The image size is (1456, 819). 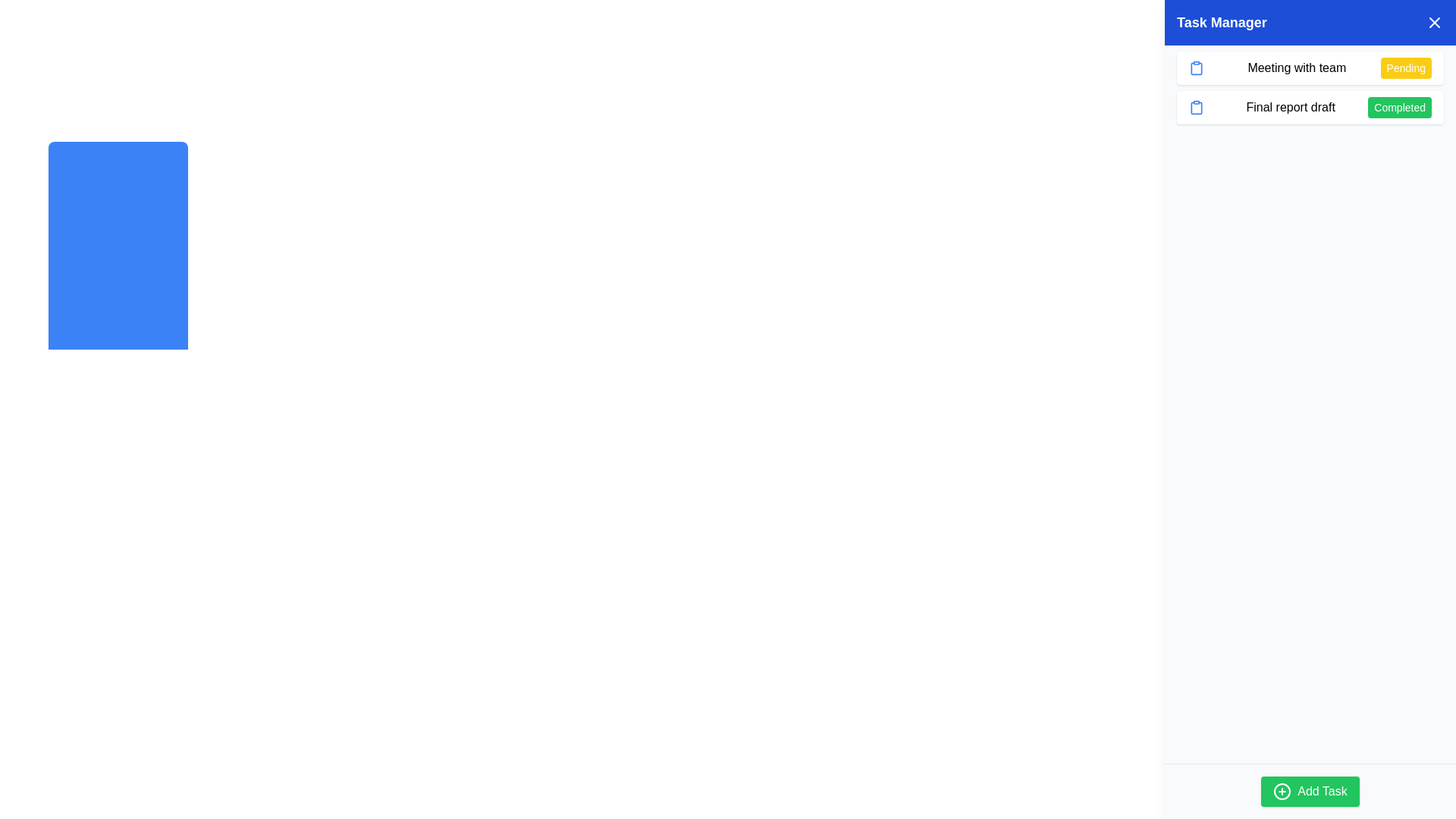 What do you see at coordinates (1433, 23) in the screenshot?
I see `the close button located in the top-right corner of the 'Task Manager' header bar` at bounding box center [1433, 23].